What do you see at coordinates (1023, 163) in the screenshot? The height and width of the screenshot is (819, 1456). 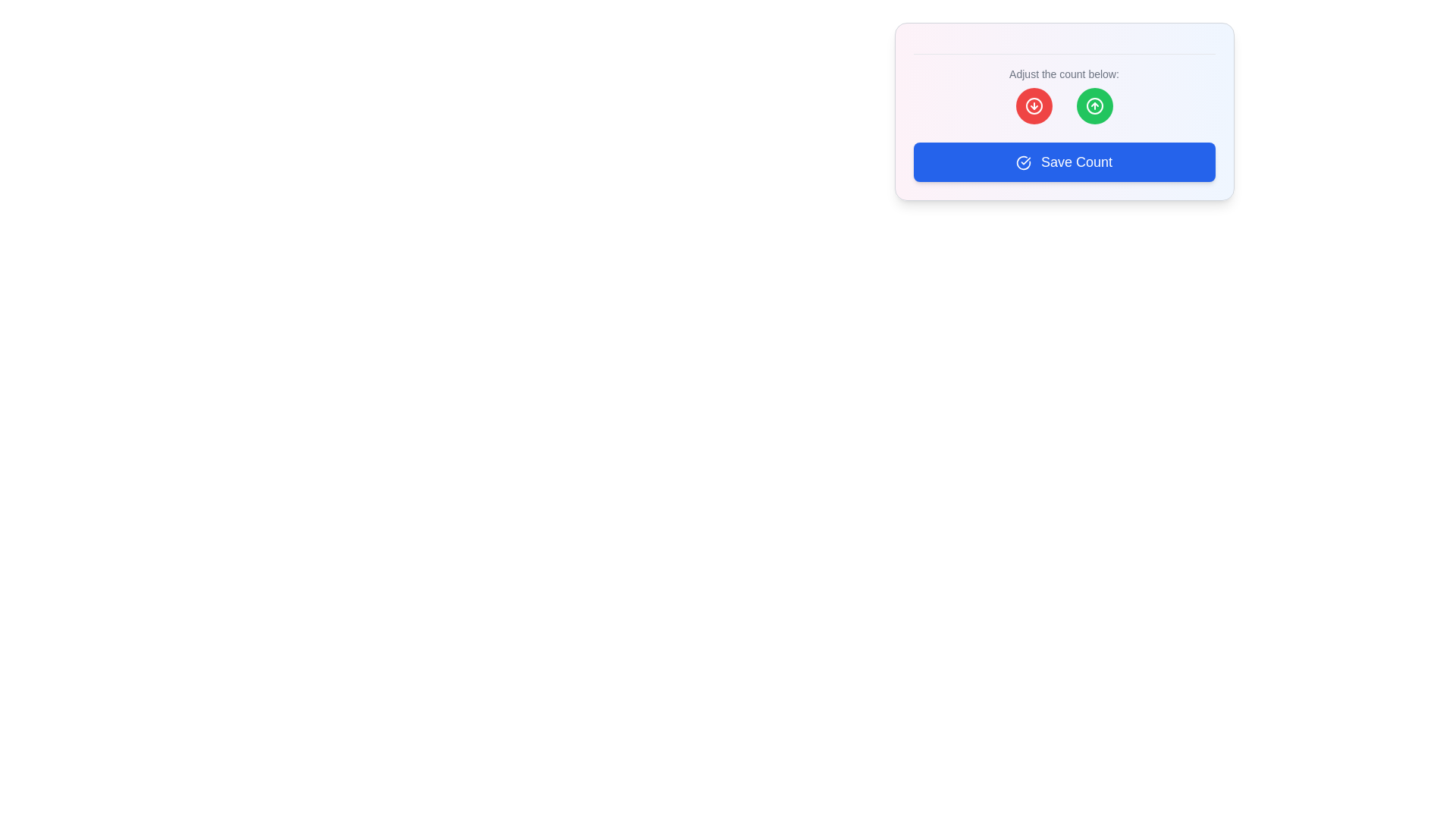 I see `the circular check icon with a blue background located to the left of the 'Save Count' button` at bounding box center [1023, 163].